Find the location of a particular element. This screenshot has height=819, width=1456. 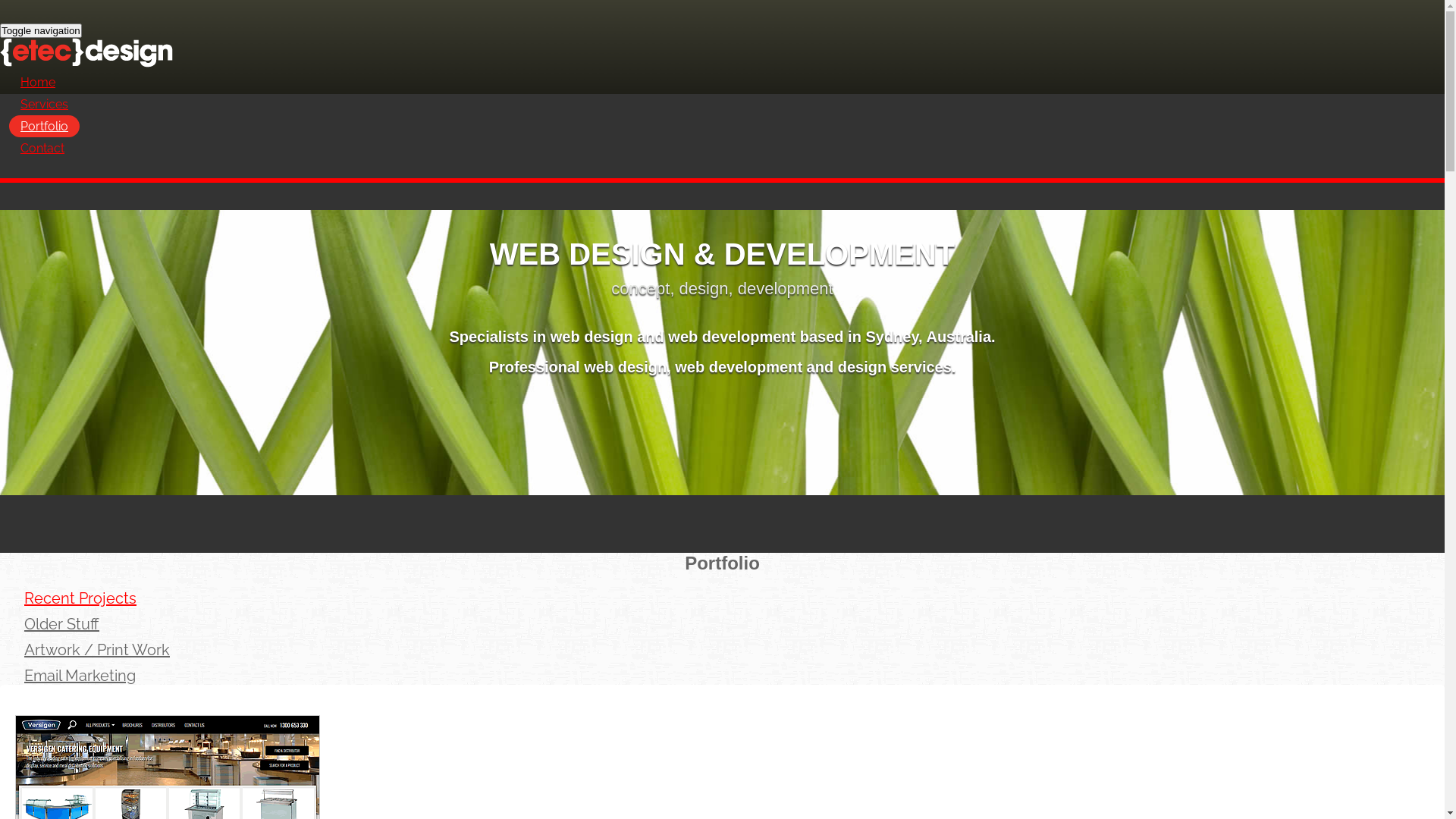

'Email Marketing' is located at coordinates (79, 675).